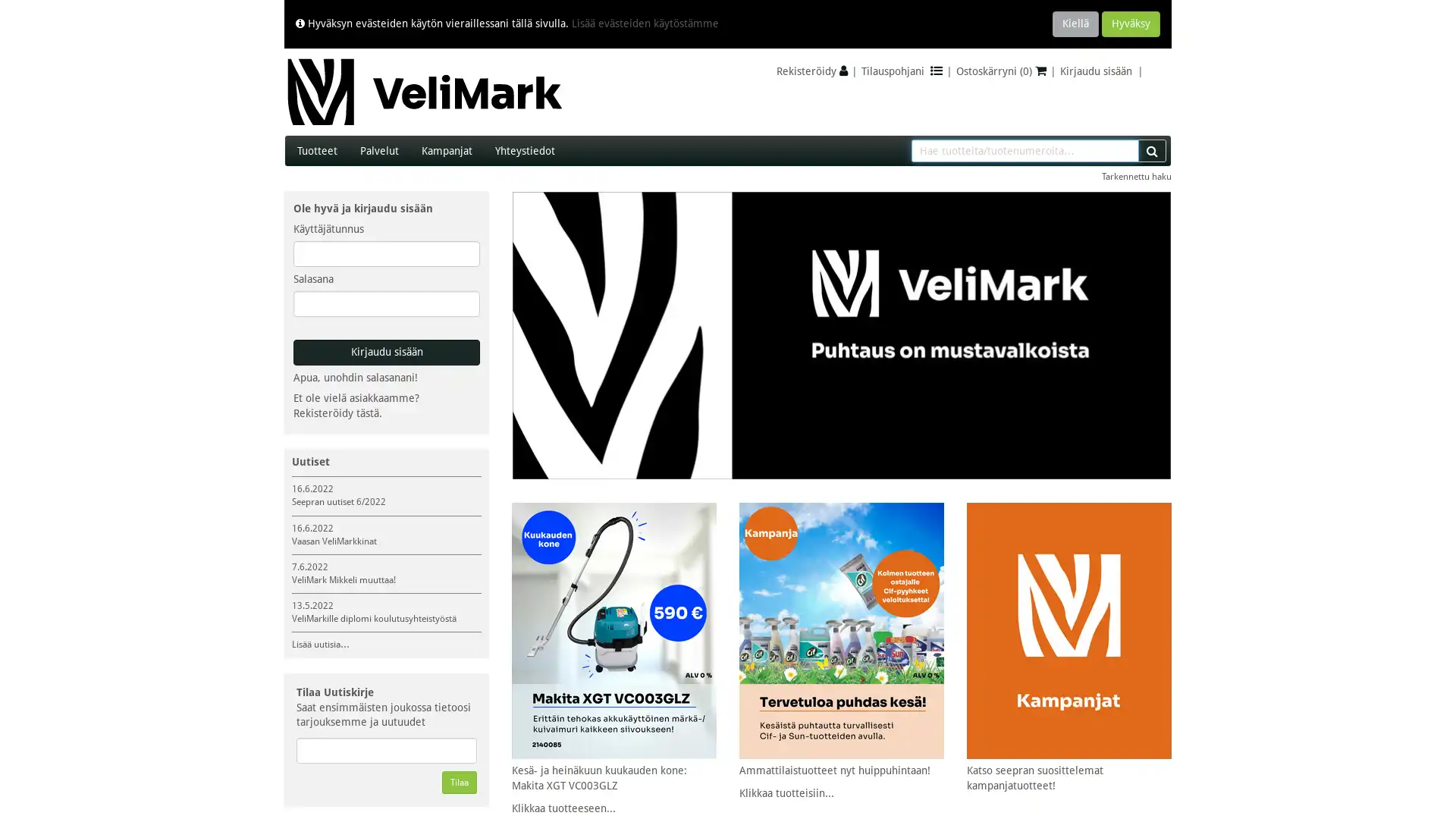  Describe the element at coordinates (386, 353) in the screenshot. I see `Kirjaudu sisaan` at that location.